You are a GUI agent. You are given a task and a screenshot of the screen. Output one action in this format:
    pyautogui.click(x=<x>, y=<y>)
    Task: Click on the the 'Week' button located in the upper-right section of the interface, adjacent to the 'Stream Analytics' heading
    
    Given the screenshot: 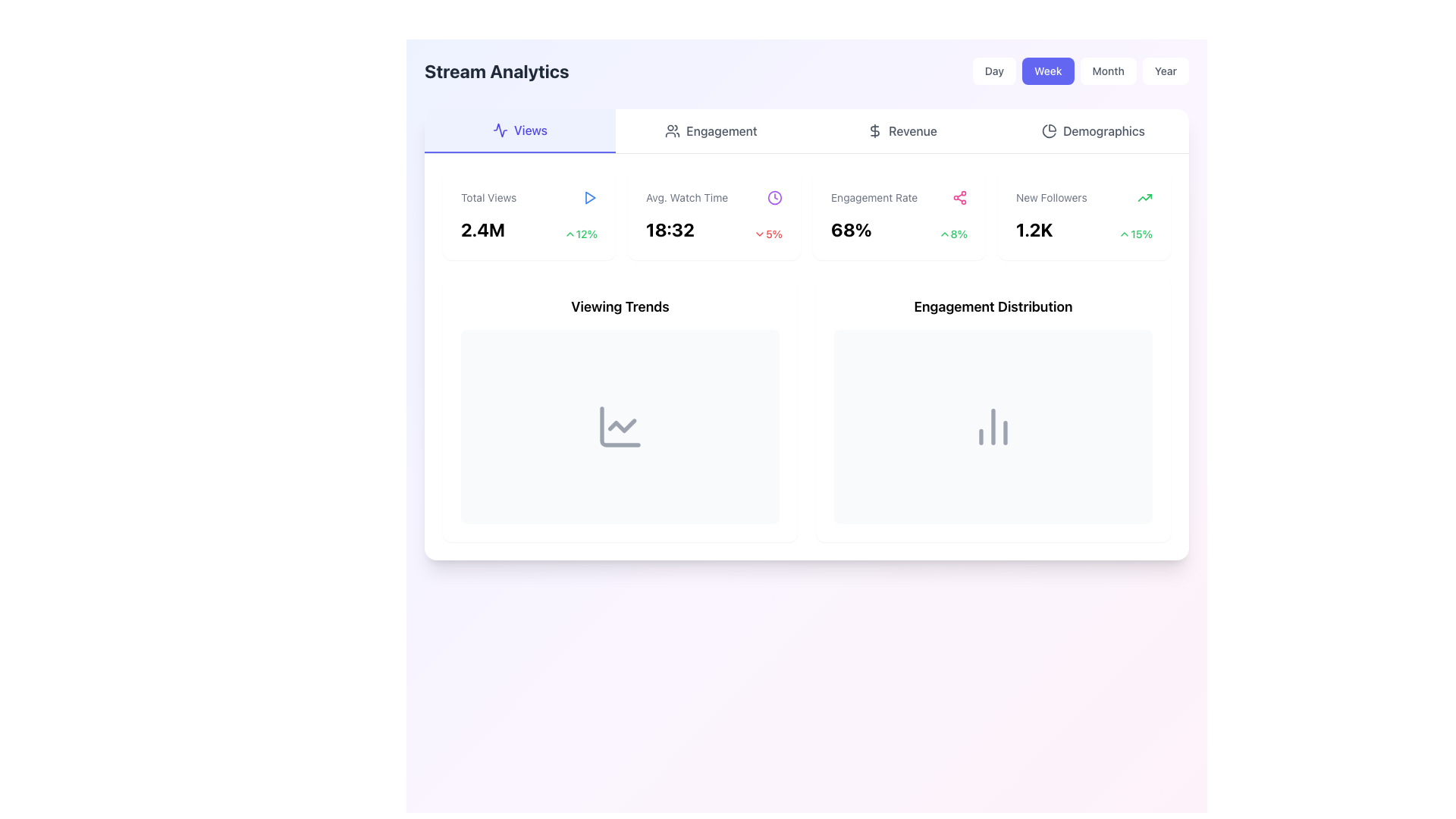 What is the action you would take?
    pyautogui.click(x=1080, y=71)
    